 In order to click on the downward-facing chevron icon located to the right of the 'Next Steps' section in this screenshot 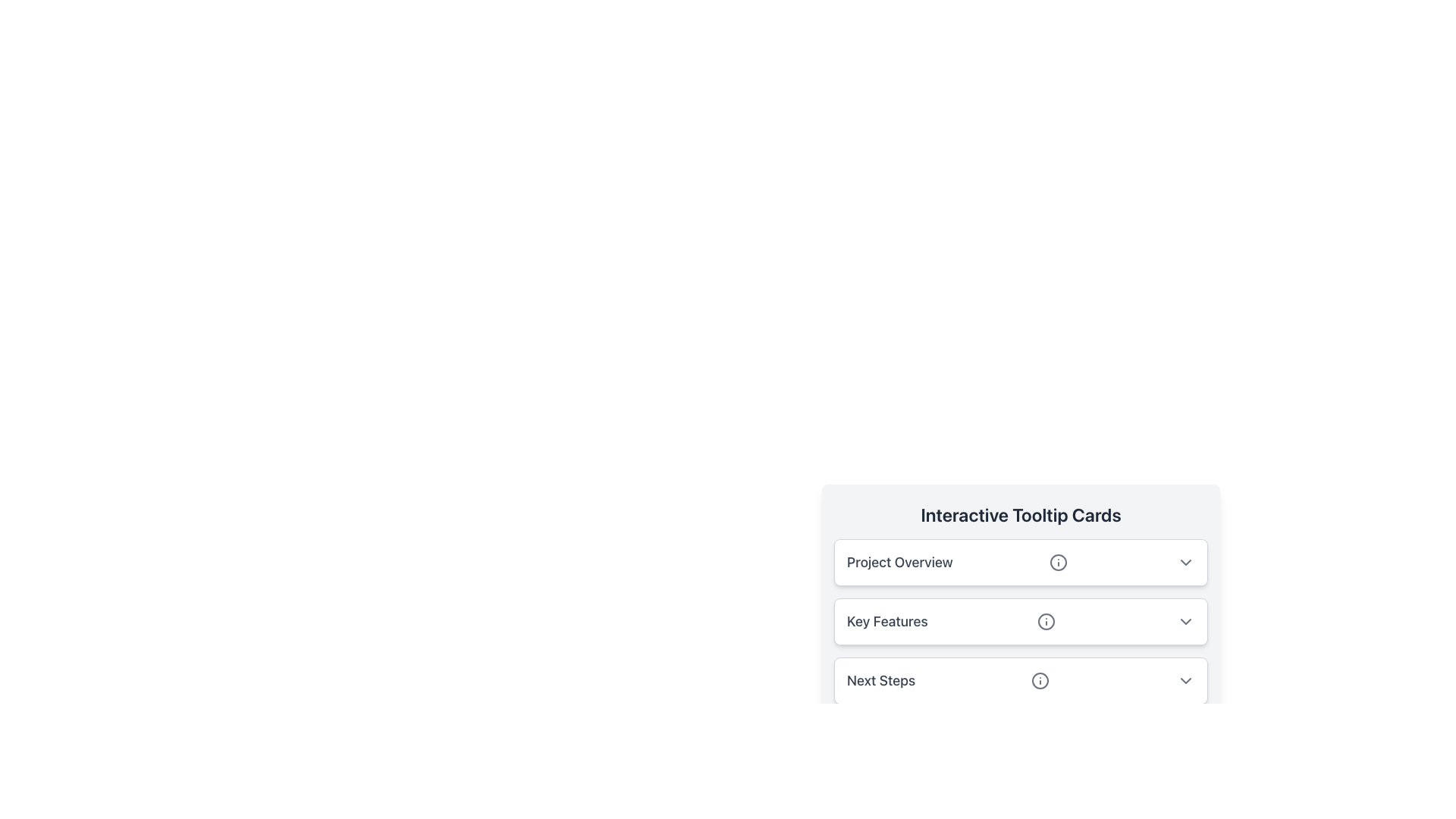, I will do `click(1185, 680)`.